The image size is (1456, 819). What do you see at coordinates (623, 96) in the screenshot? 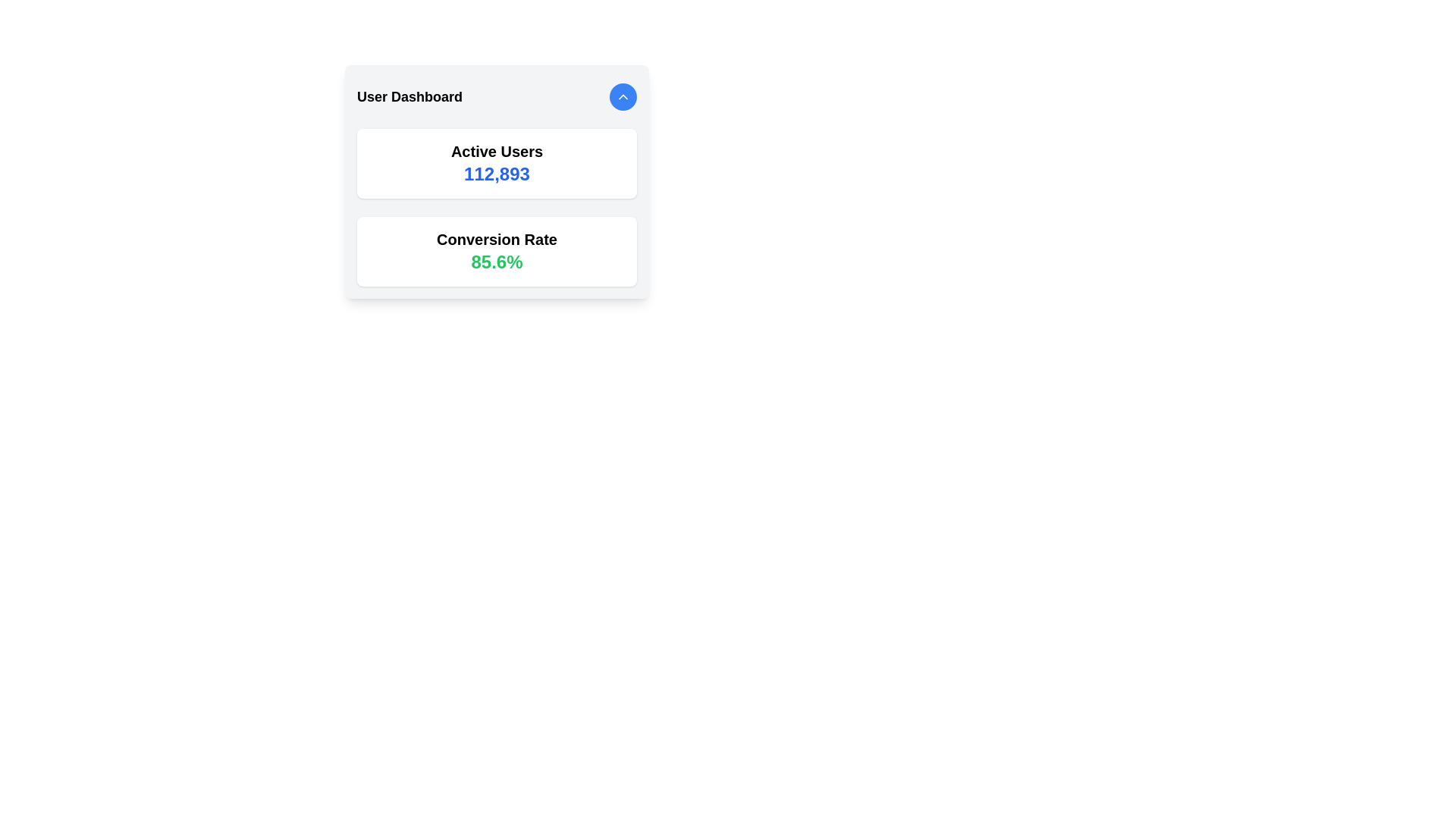
I see `the chevron icon within the circular button located in the top-right corner of the 'User Dashboard' widget` at bounding box center [623, 96].